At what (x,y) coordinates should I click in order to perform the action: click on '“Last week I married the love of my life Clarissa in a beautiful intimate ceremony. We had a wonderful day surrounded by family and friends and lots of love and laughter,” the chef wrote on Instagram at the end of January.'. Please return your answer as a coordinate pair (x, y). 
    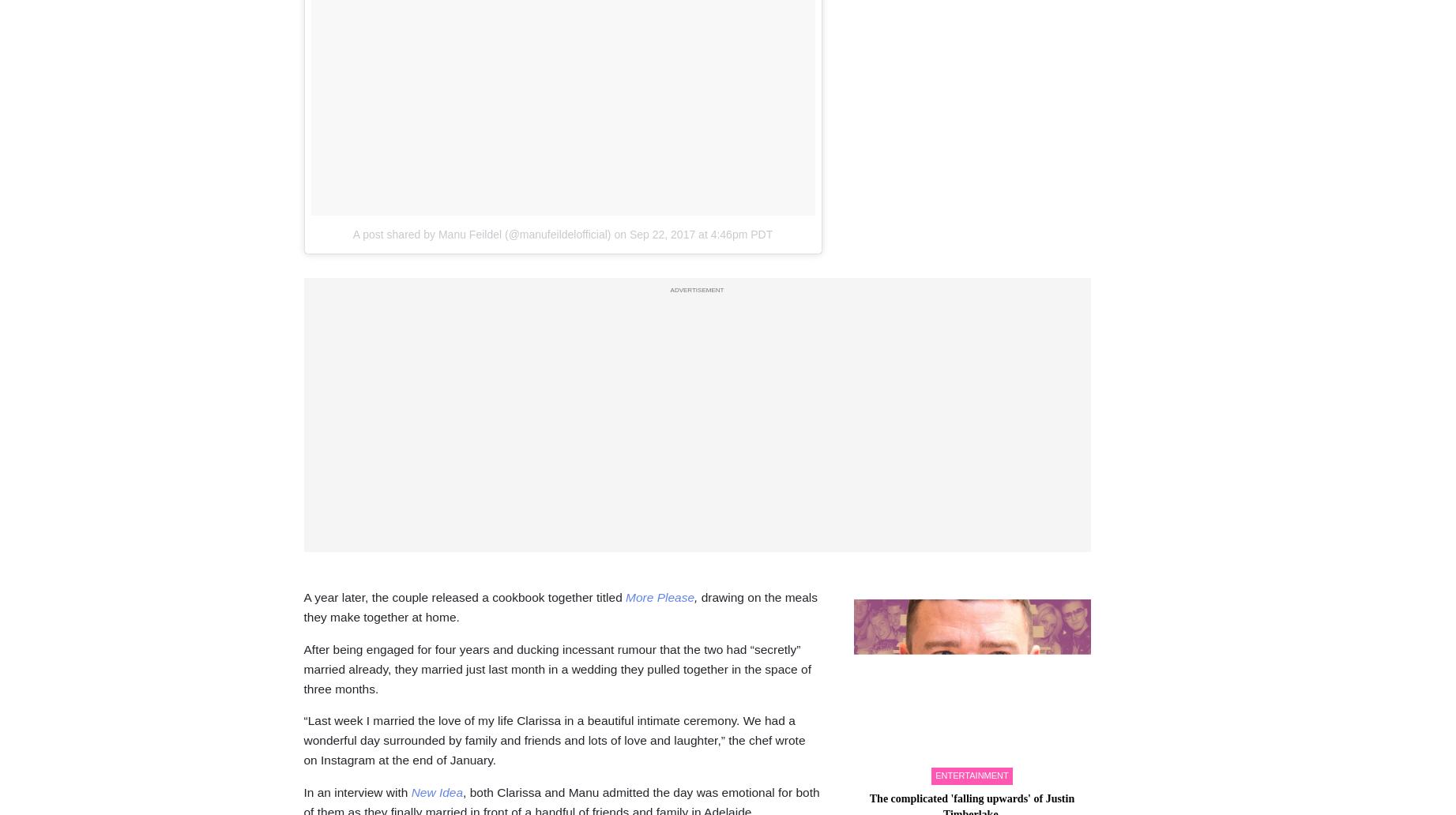
    Looking at the image, I should click on (303, 739).